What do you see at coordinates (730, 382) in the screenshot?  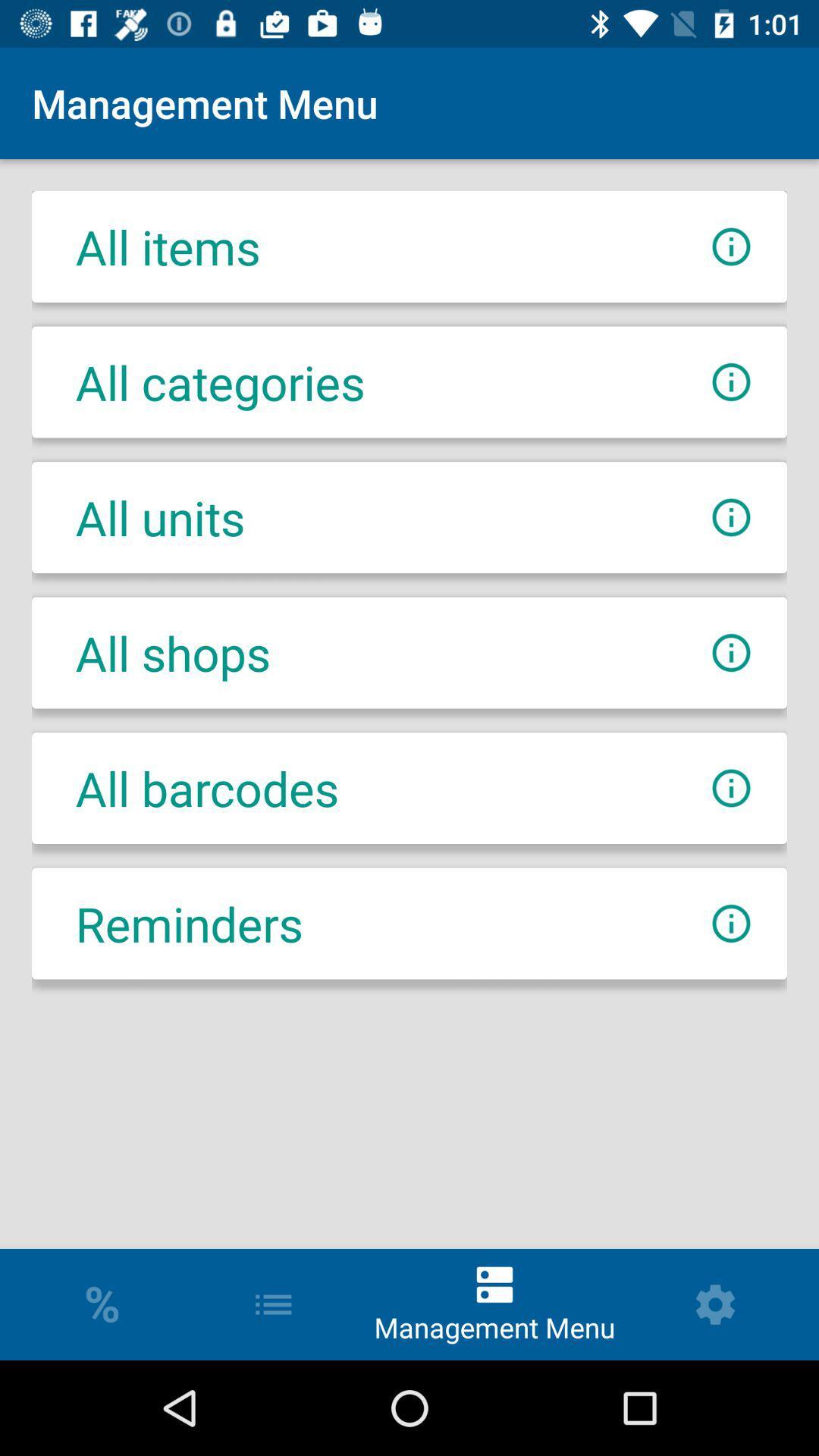 I see `get information about categories` at bounding box center [730, 382].